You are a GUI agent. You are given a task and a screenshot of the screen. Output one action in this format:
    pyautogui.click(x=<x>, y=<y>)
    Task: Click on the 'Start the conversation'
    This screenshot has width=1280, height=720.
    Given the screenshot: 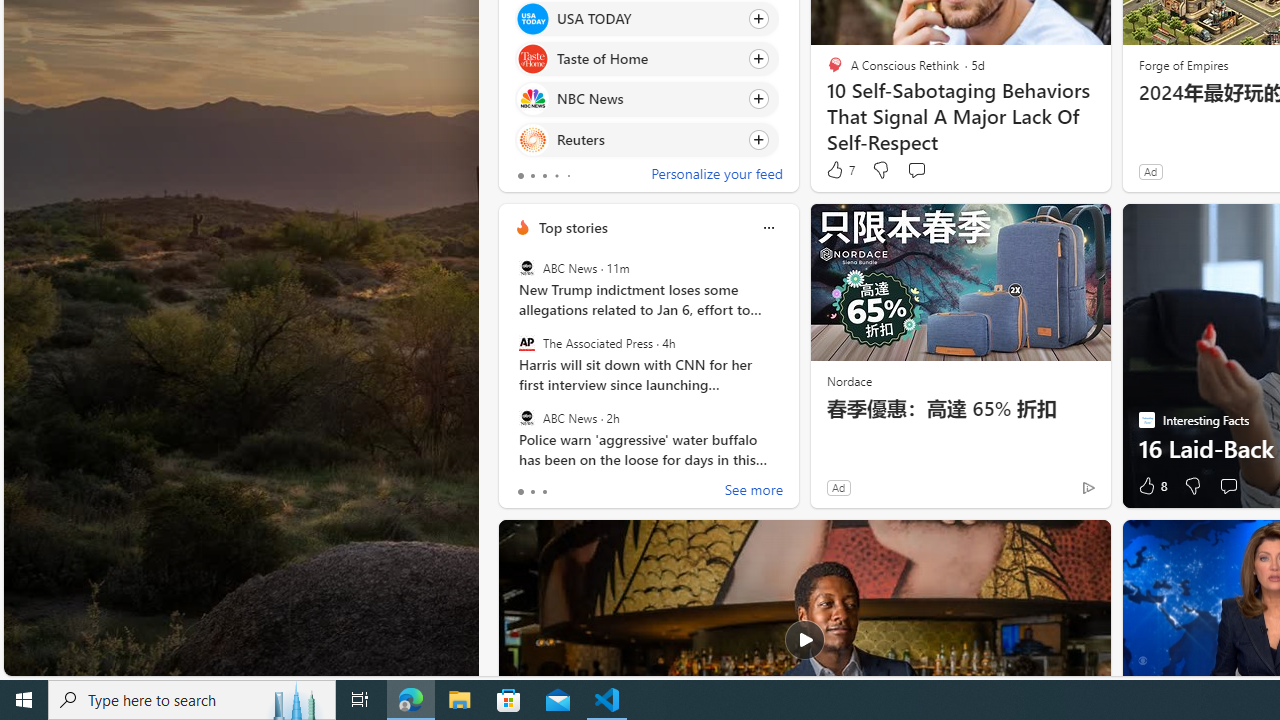 What is the action you would take?
    pyautogui.click(x=1227, y=486)
    